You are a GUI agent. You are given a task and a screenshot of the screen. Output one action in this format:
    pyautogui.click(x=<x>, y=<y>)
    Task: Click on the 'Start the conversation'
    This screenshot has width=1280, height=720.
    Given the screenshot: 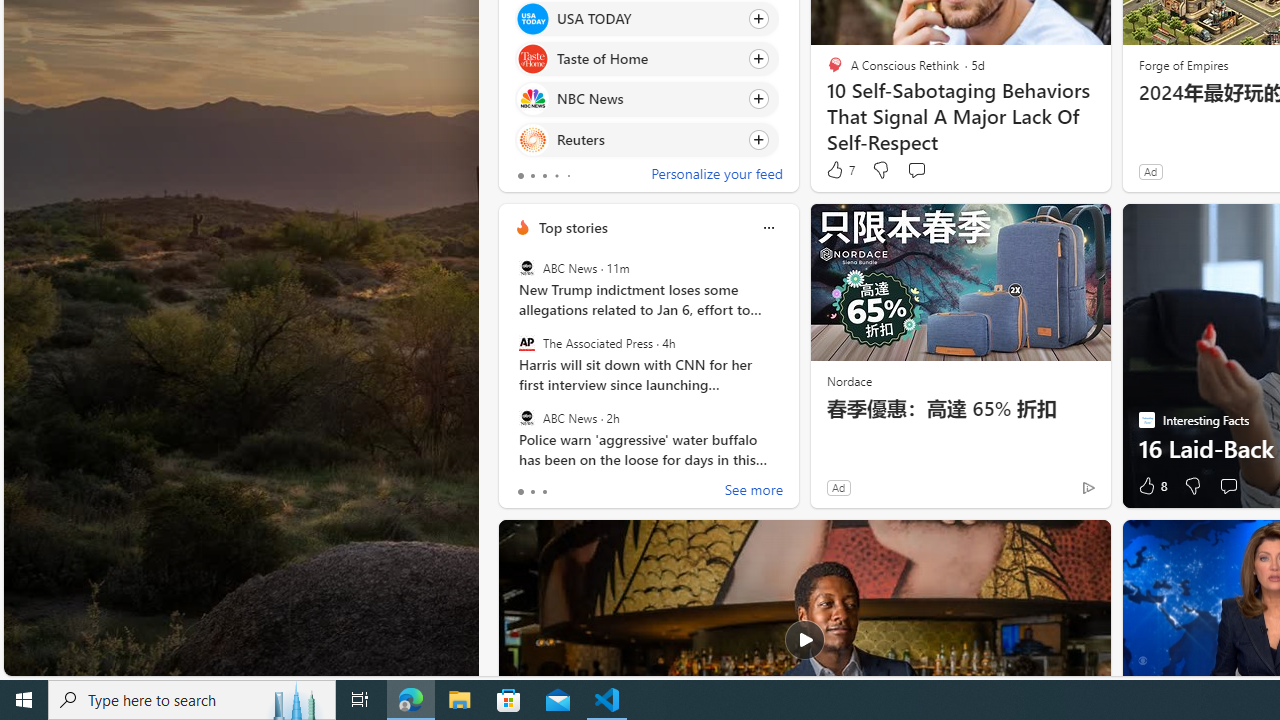 What is the action you would take?
    pyautogui.click(x=1227, y=486)
    